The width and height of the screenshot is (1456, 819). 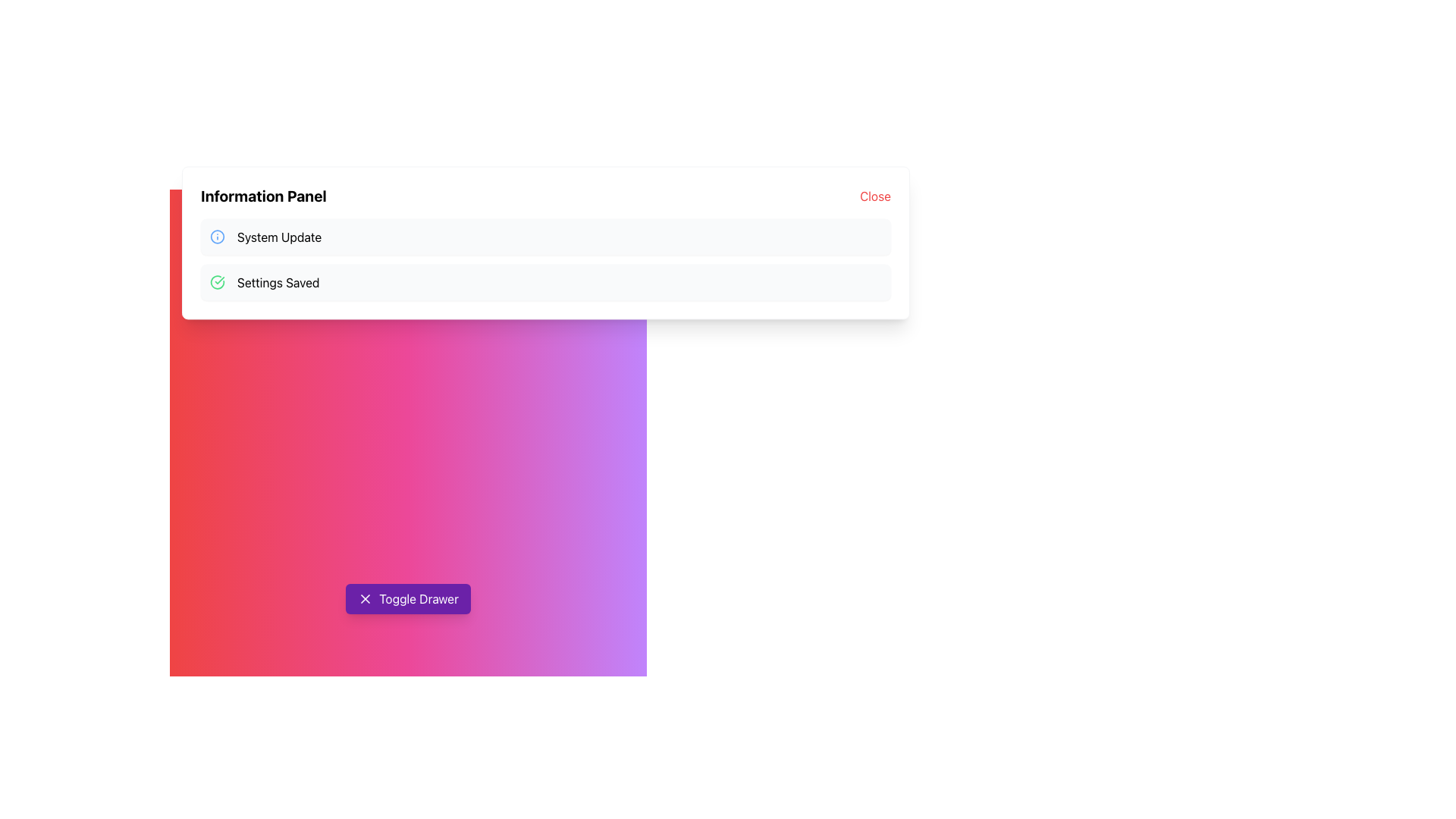 I want to click on the circular icon with a blue border and hollow center located next to the 'System Update' entry in the Information Panel, so click(x=217, y=237).